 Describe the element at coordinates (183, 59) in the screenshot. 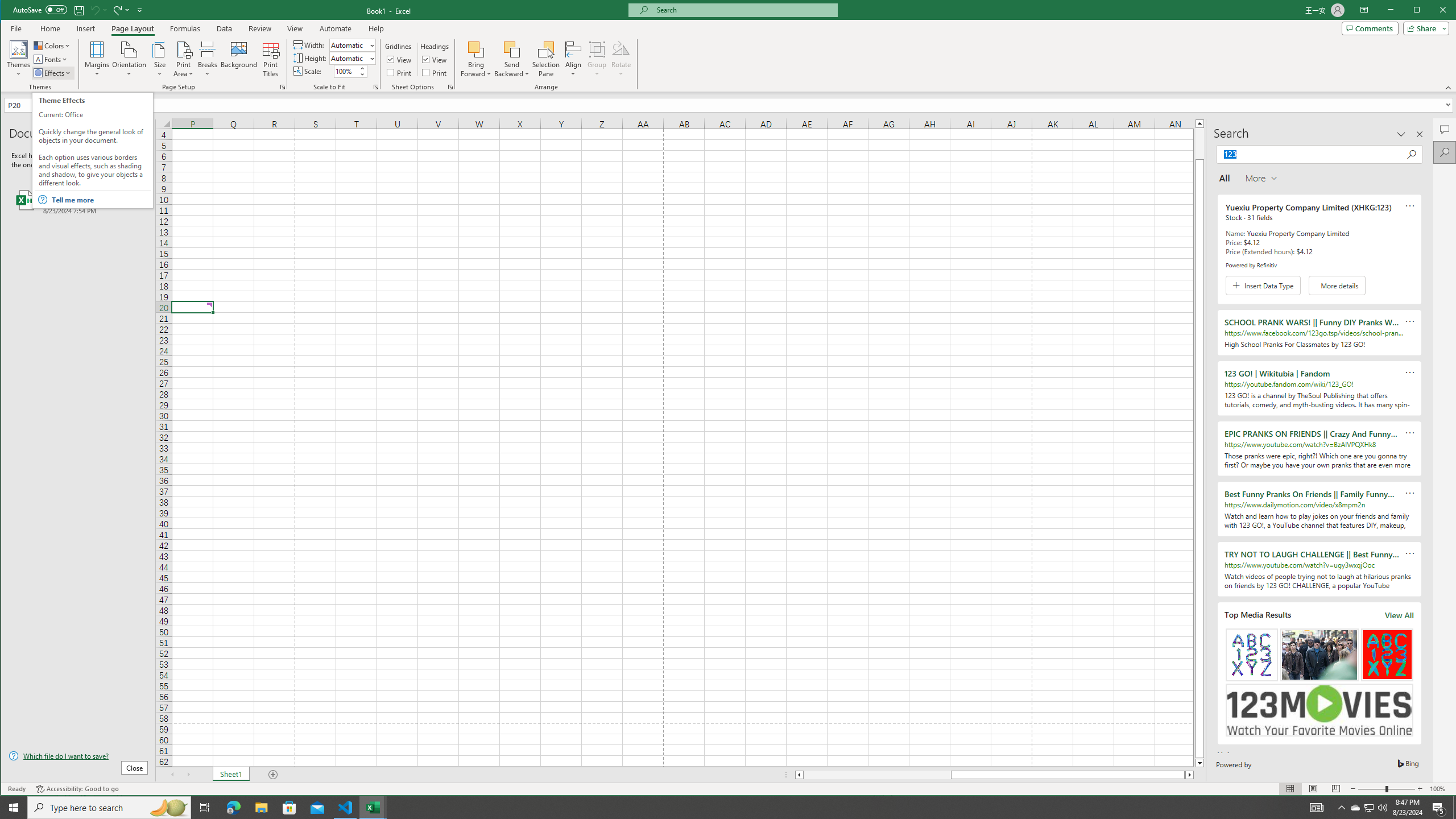

I see `'Print Area'` at that location.